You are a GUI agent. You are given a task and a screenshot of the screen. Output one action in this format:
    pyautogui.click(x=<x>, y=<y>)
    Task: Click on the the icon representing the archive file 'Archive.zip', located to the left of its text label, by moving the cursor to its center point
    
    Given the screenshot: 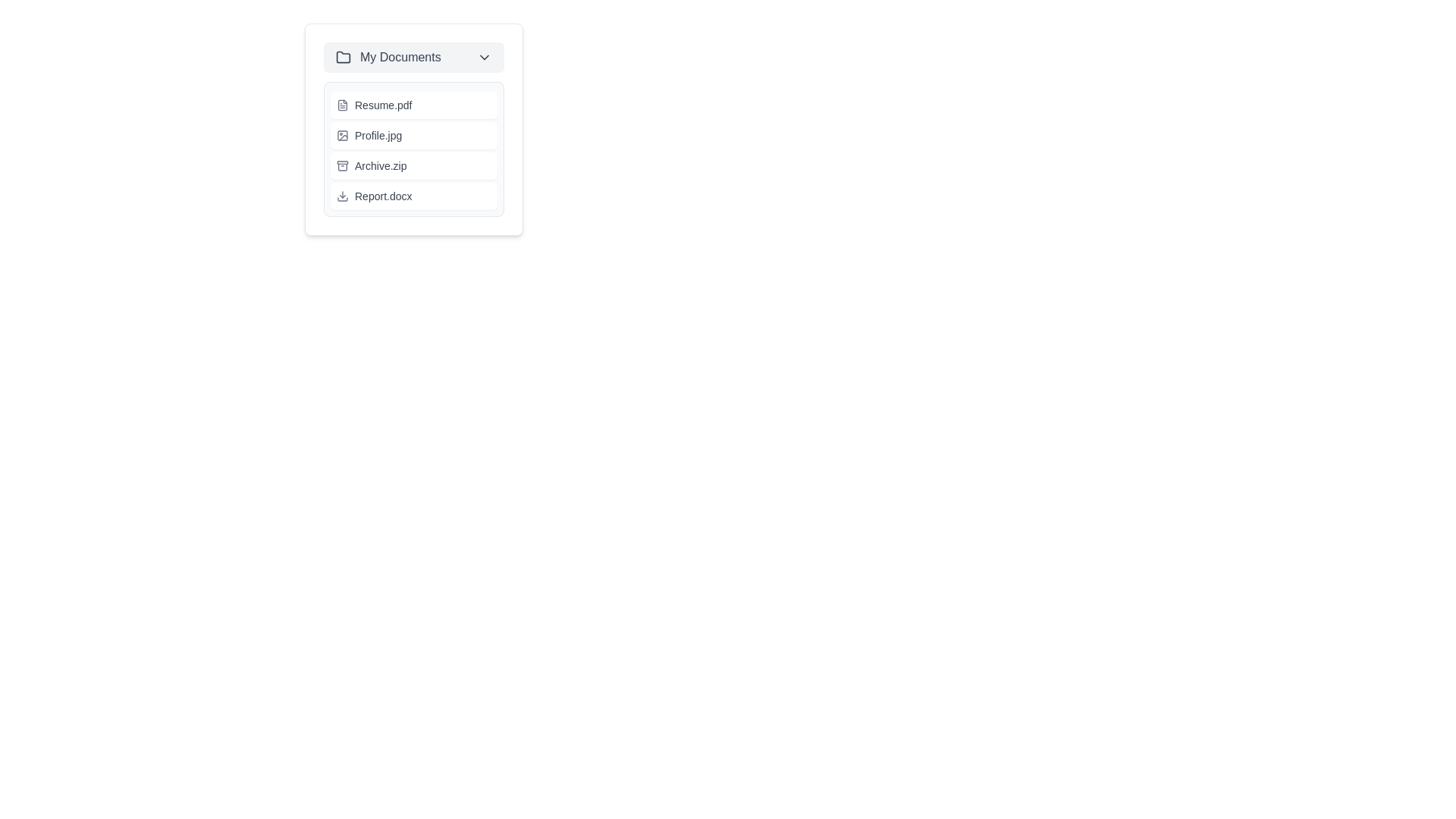 What is the action you would take?
    pyautogui.click(x=341, y=166)
    